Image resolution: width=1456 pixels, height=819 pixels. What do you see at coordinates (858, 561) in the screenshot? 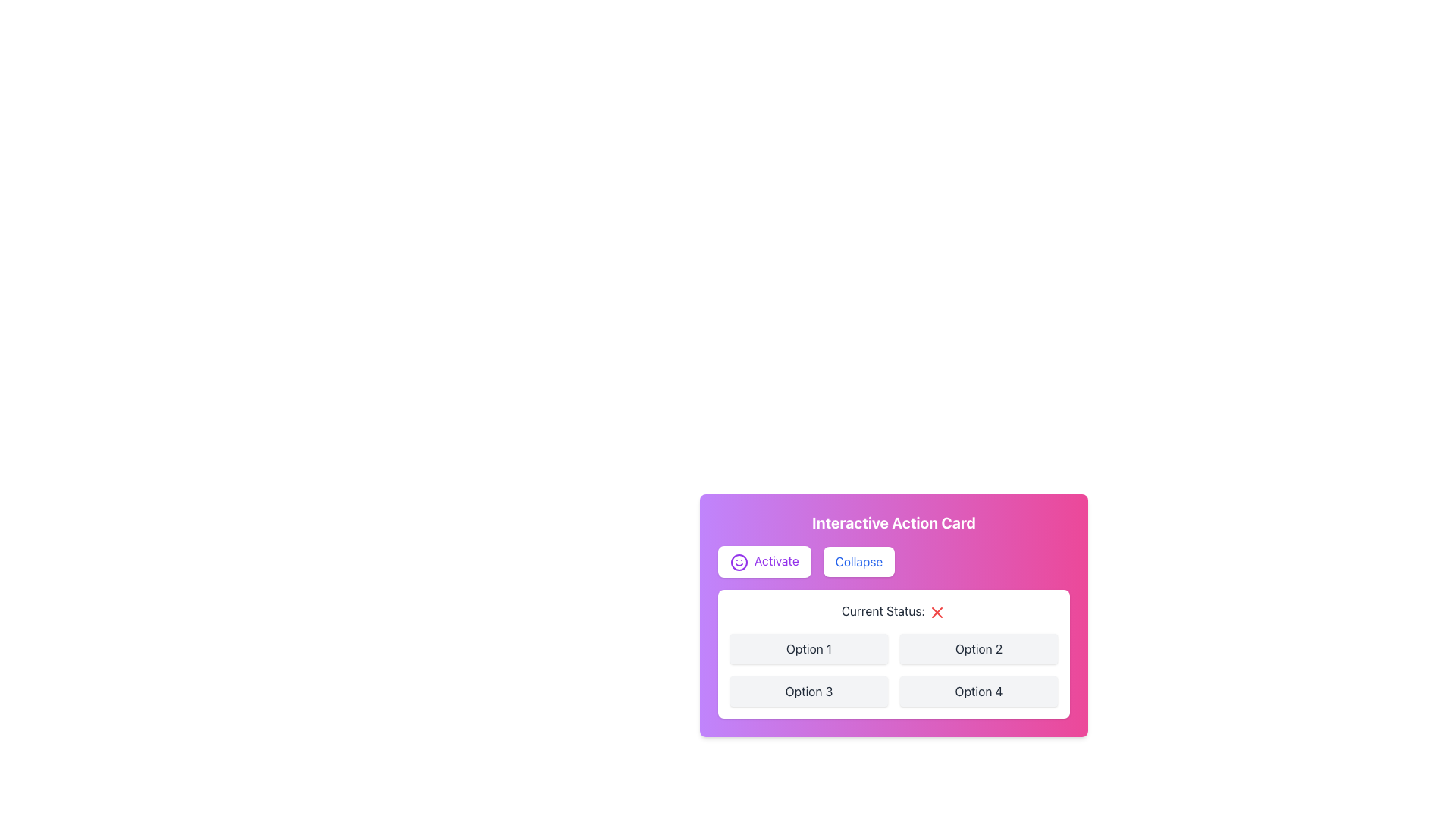
I see `the collapse button located to the right of the 'Activate' button at the top-left section of the card interface` at bounding box center [858, 561].